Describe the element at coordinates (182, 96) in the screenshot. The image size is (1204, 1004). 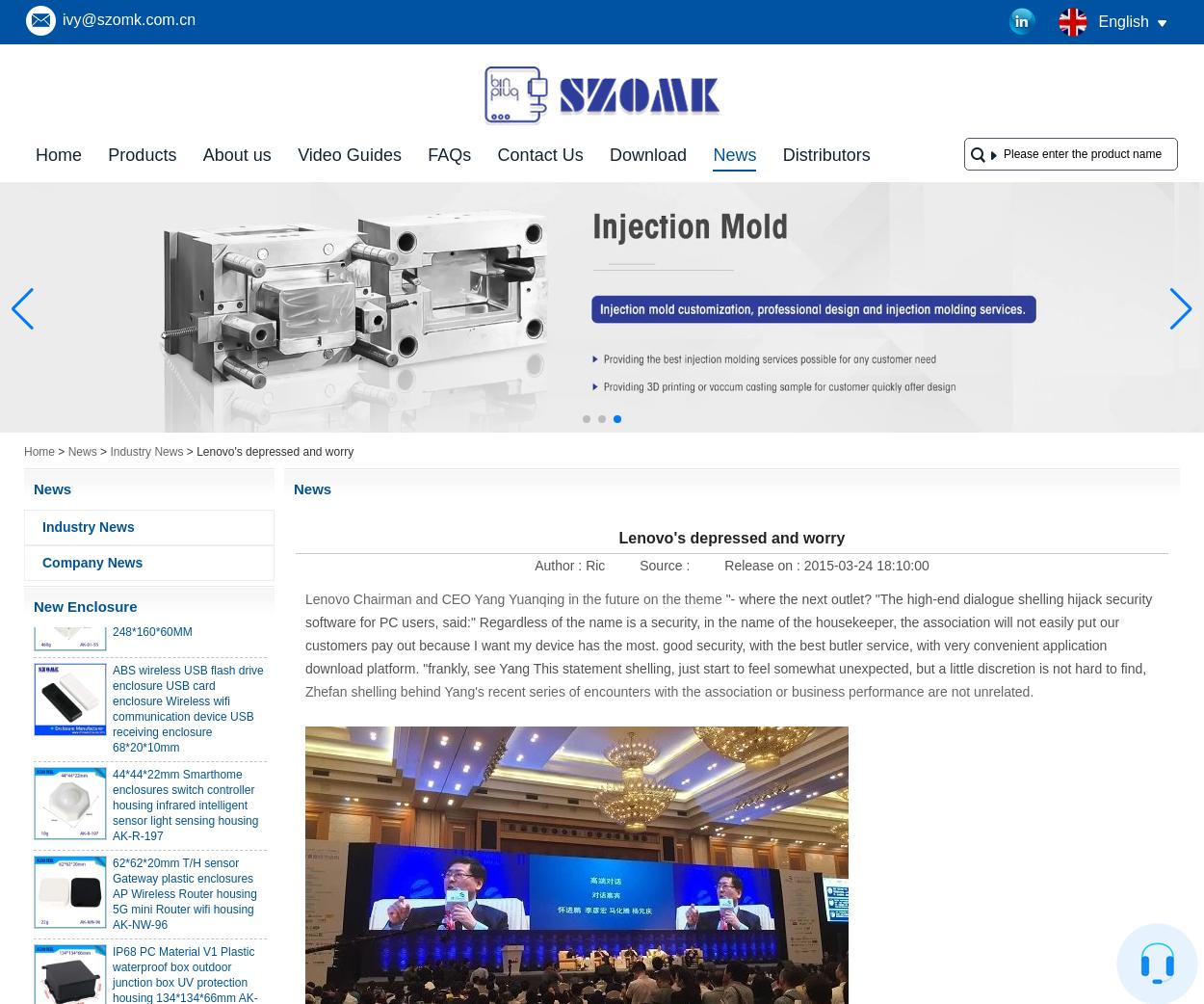
I see `'IP68 PC Material V1 Plastic waterproof box outdoor junction box UV protection housing 140*85*56mm'` at that location.